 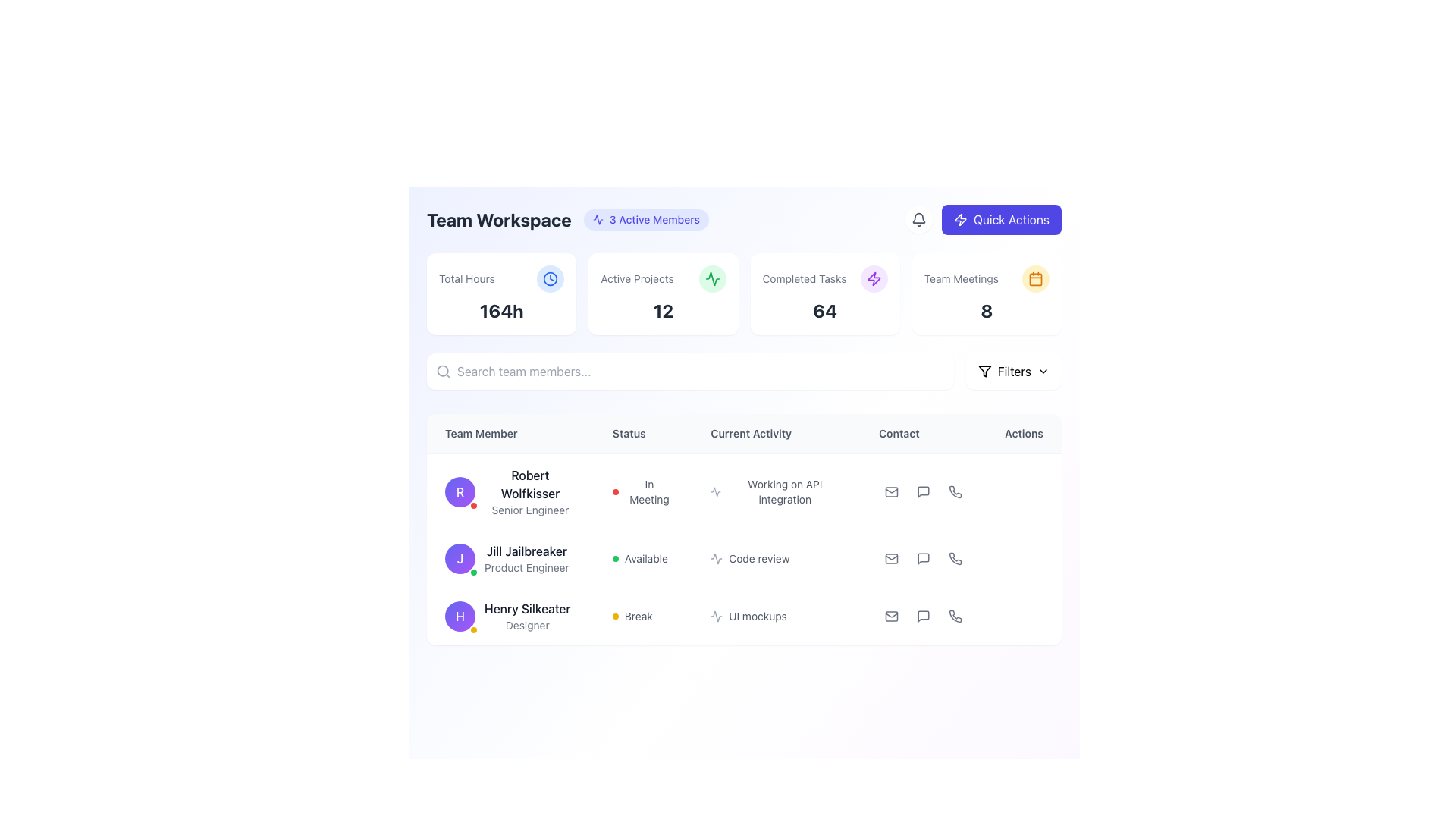 I want to click on the Calendar icon located in the top-right area of the interface, so click(x=1035, y=278).